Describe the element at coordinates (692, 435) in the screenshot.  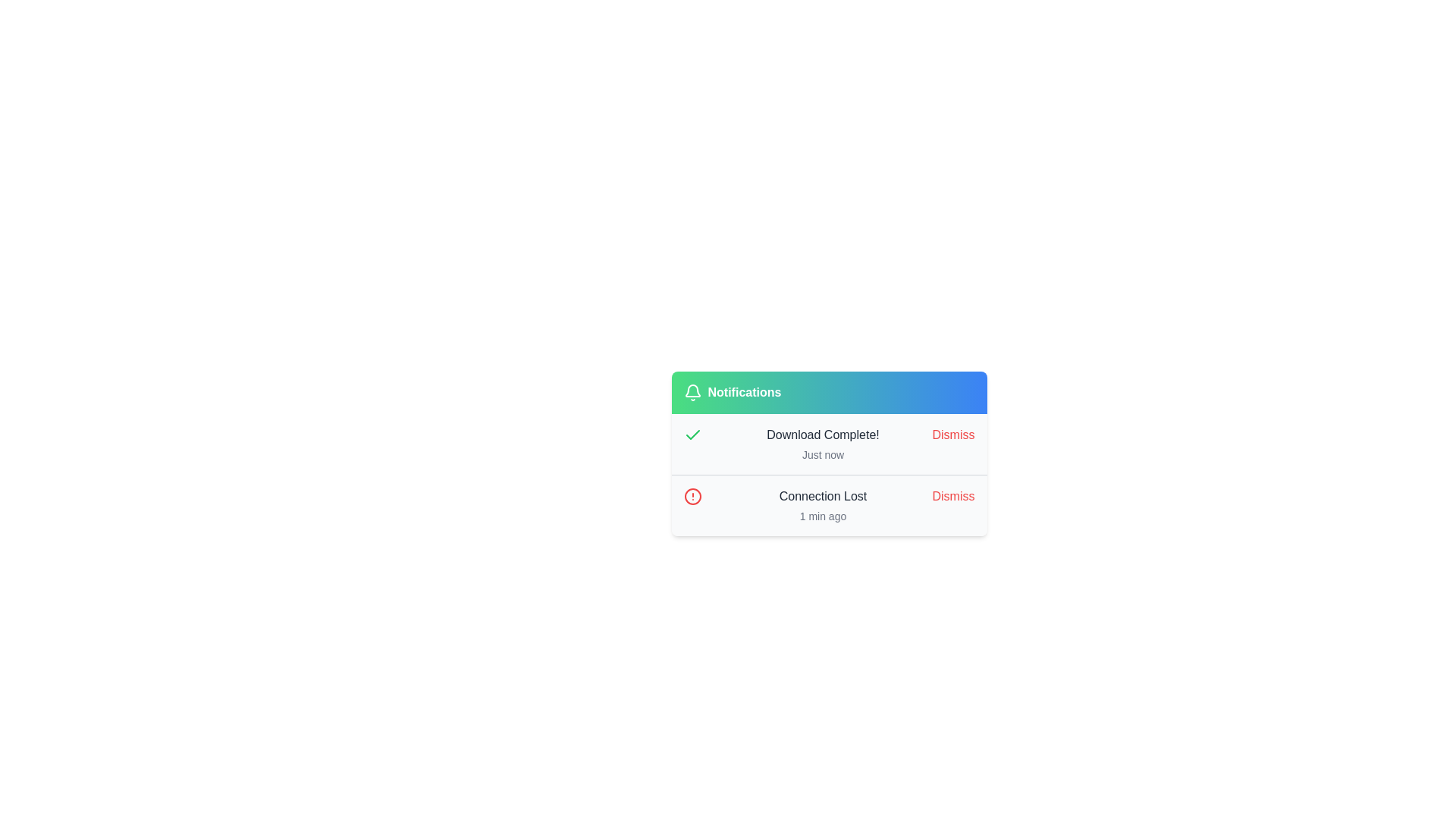
I see `the leftmost icon of the notification entry that symbolizes successful completion, which accompanies the 'Download Complete!' message` at that location.